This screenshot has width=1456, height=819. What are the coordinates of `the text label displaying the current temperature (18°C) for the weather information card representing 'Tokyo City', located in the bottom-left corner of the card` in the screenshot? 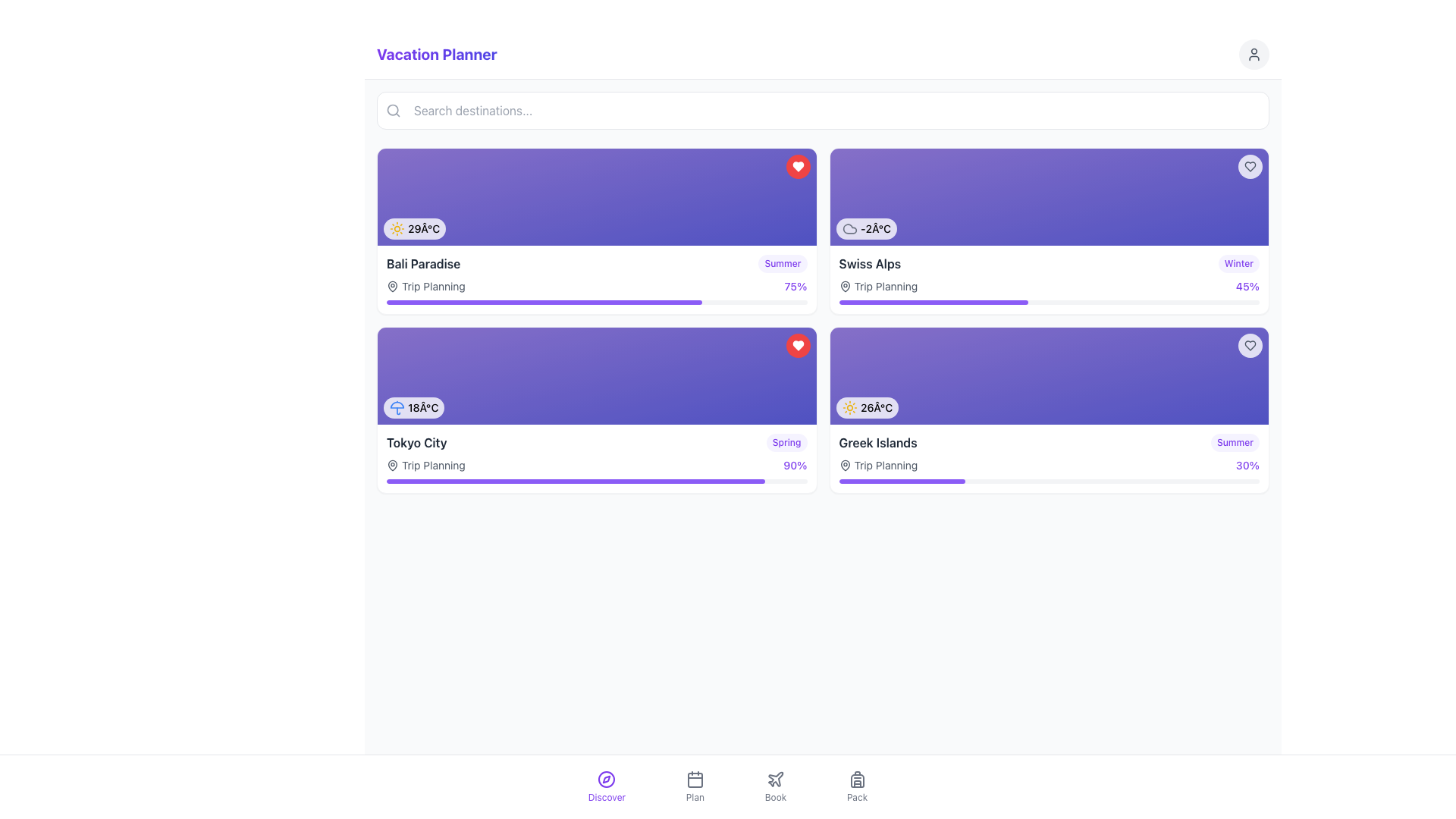 It's located at (423, 406).